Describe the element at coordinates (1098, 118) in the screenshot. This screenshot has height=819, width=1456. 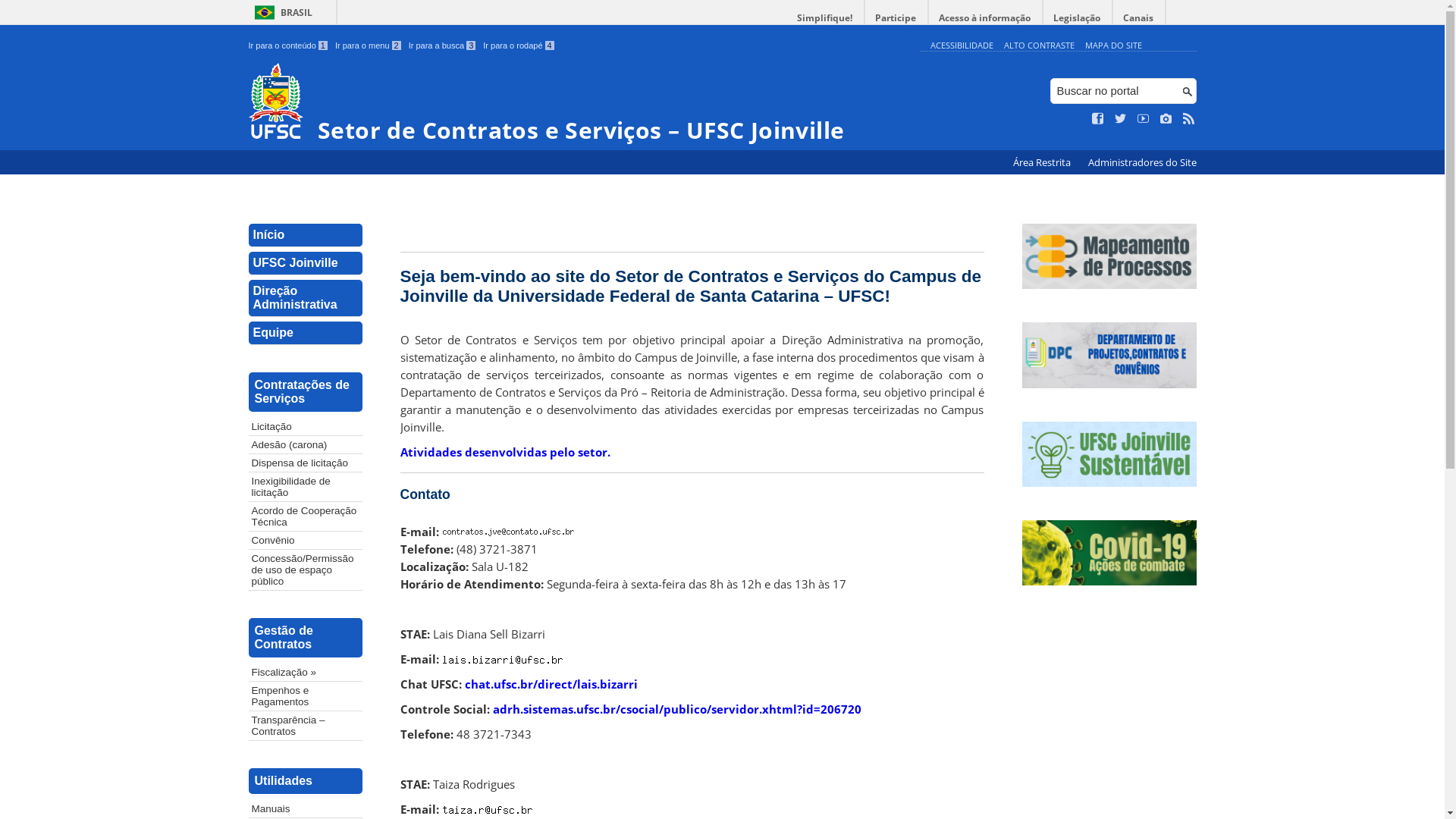
I see `'Curta no Facebook'` at that location.